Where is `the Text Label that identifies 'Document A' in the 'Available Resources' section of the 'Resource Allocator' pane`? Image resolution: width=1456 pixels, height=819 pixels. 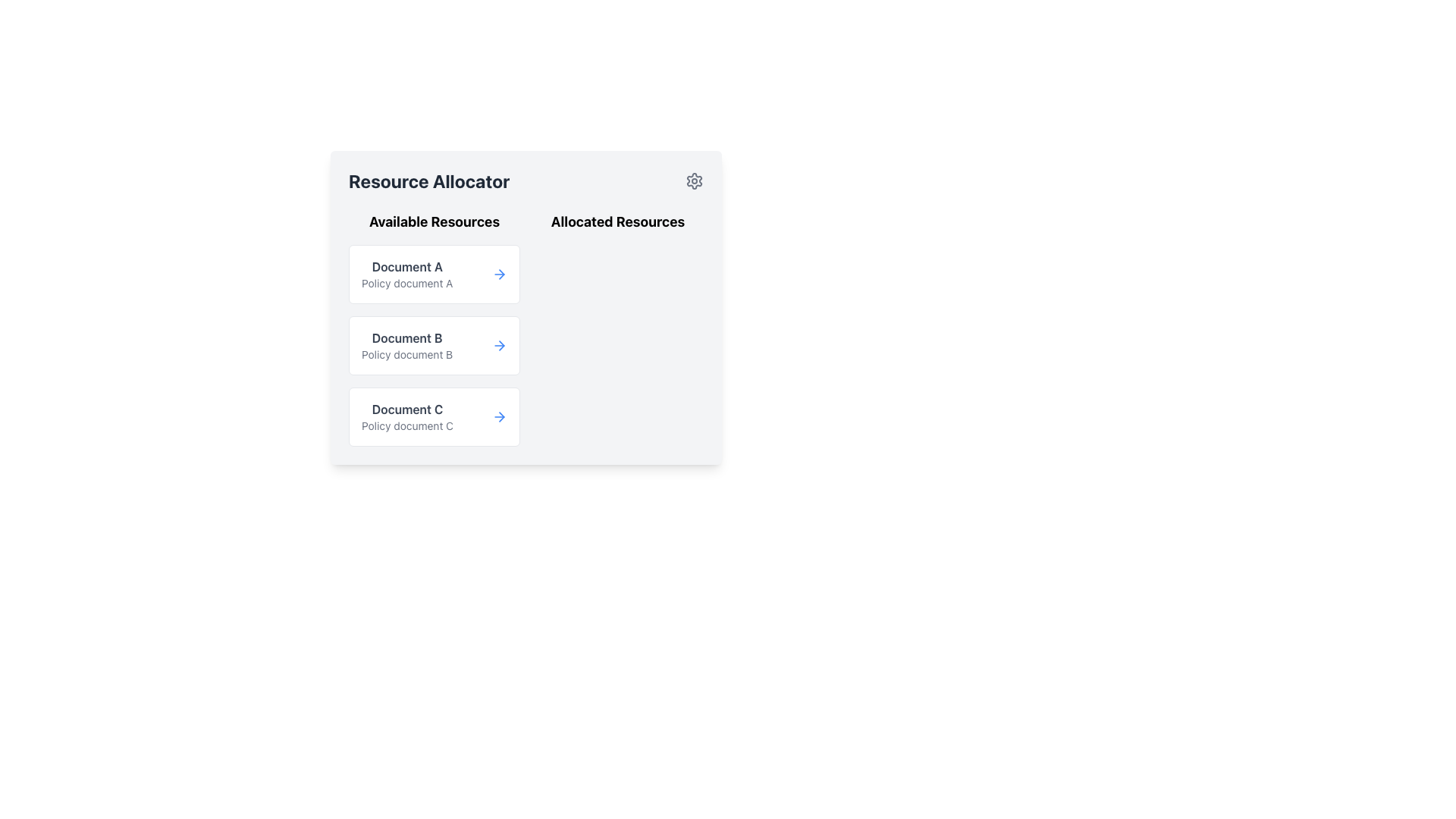 the Text Label that identifies 'Document A' in the 'Available Resources' section of the 'Resource Allocator' pane is located at coordinates (407, 275).